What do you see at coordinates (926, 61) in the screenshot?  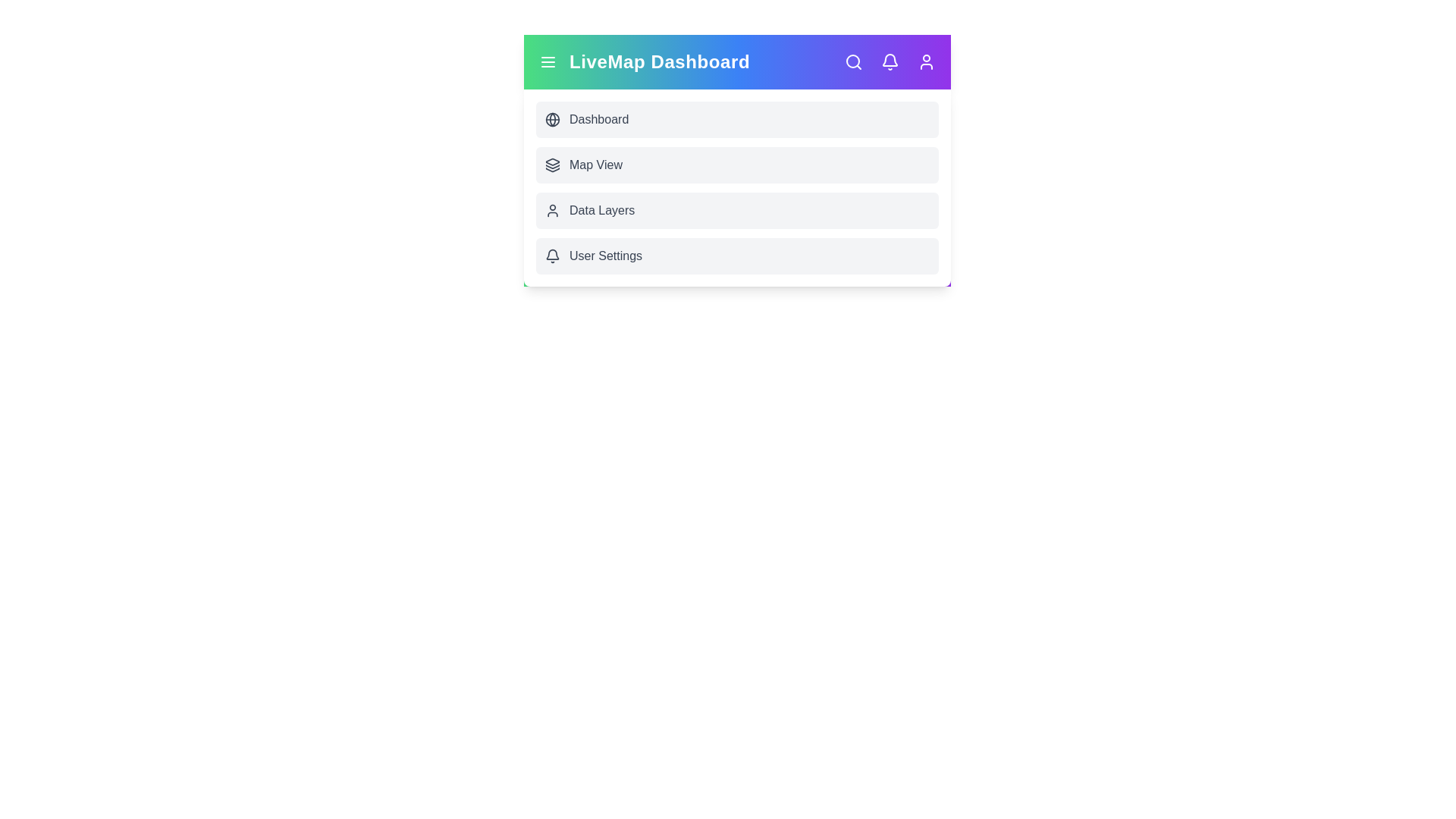 I see `the 'Profile' icon to access profile settings` at bounding box center [926, 61].